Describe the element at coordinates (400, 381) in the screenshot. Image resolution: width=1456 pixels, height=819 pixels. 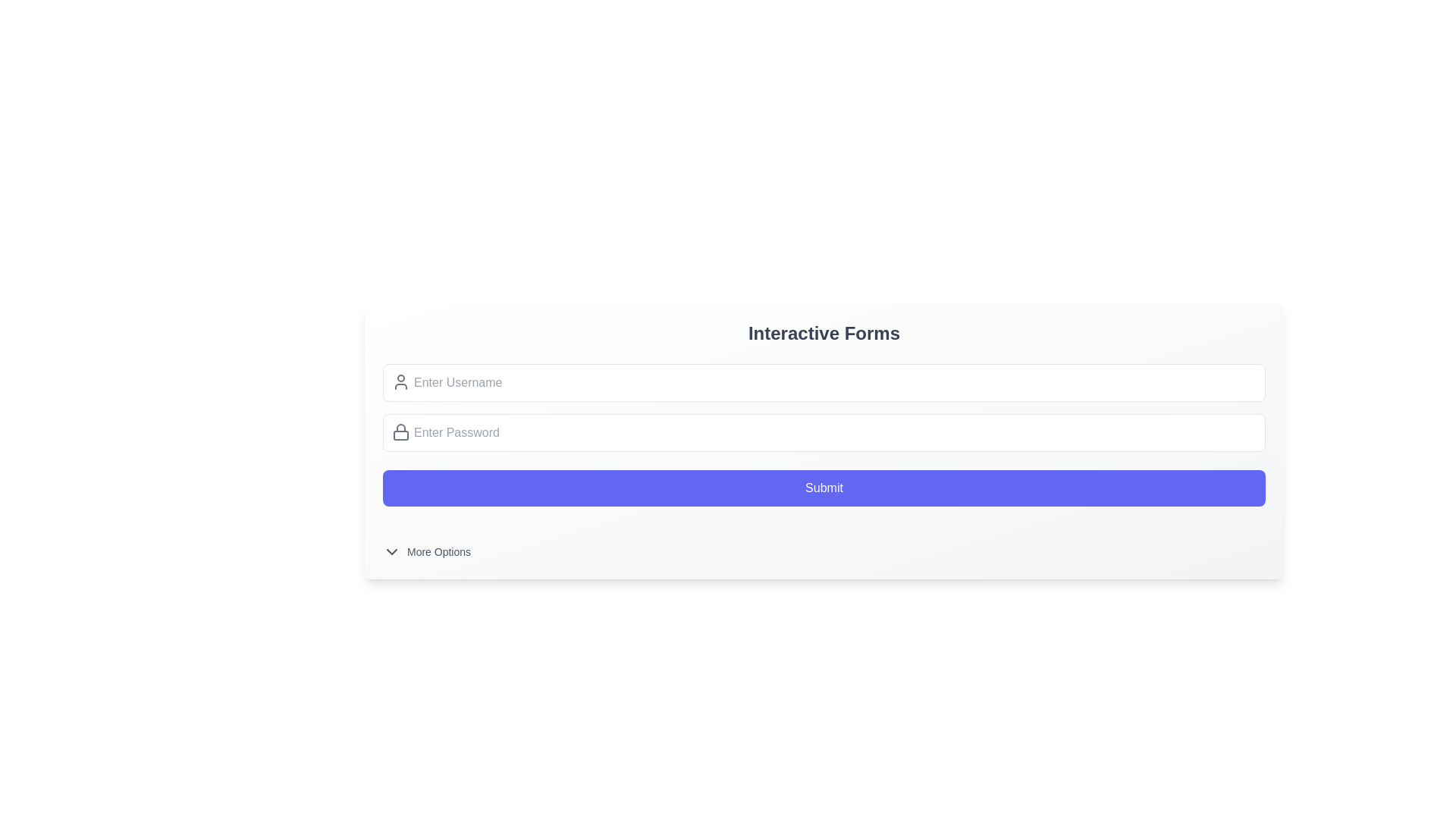
I see `the user's profile icon, which is a small gray vector graphic located in the top-left corner of the 'Enter Username' input field` at that location.